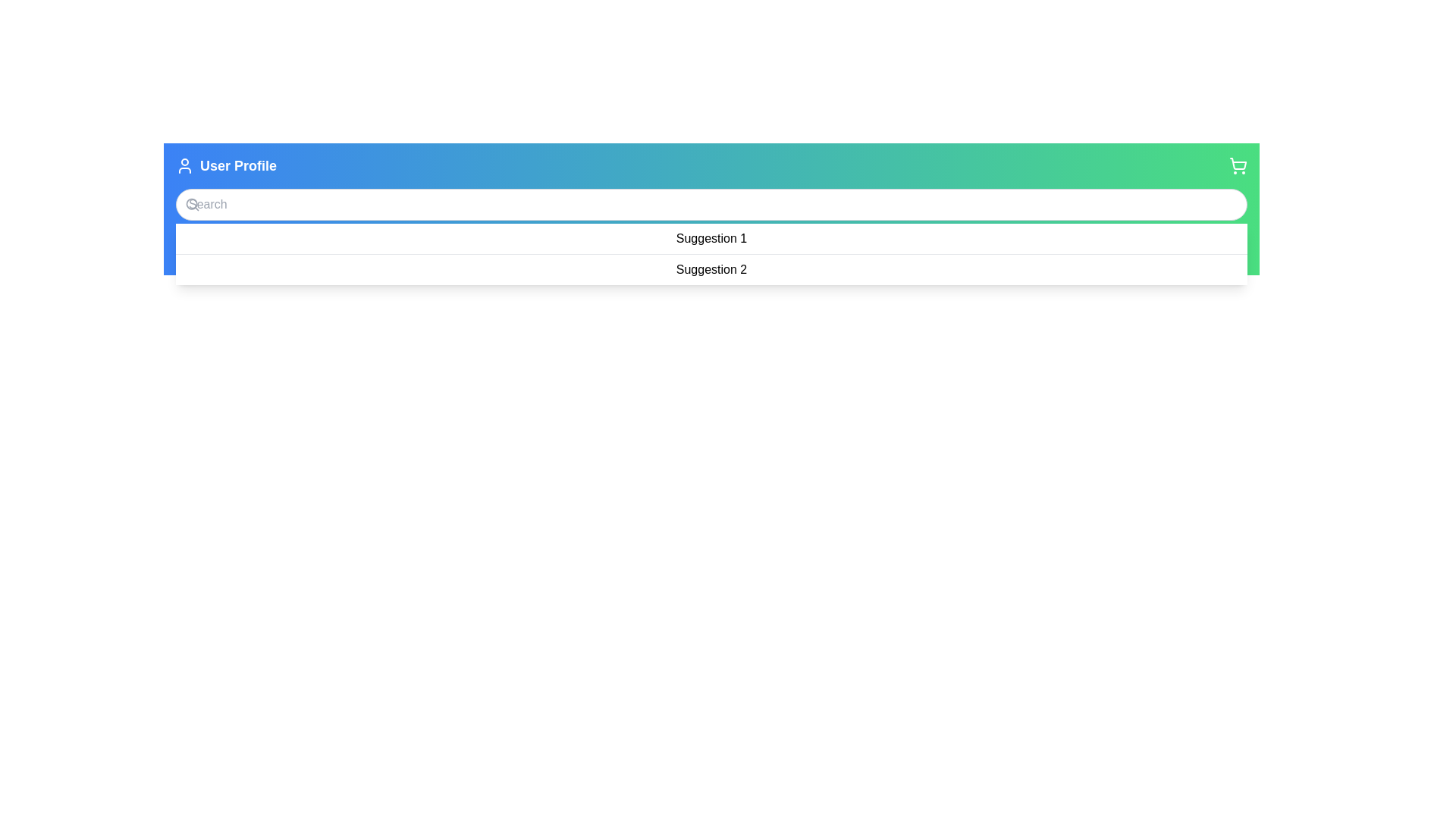 The height and width of the screenshot is (819, 1456). I want to click on the text label located below the grid layout icon, providing context or title for a related section, so click(304, 256).